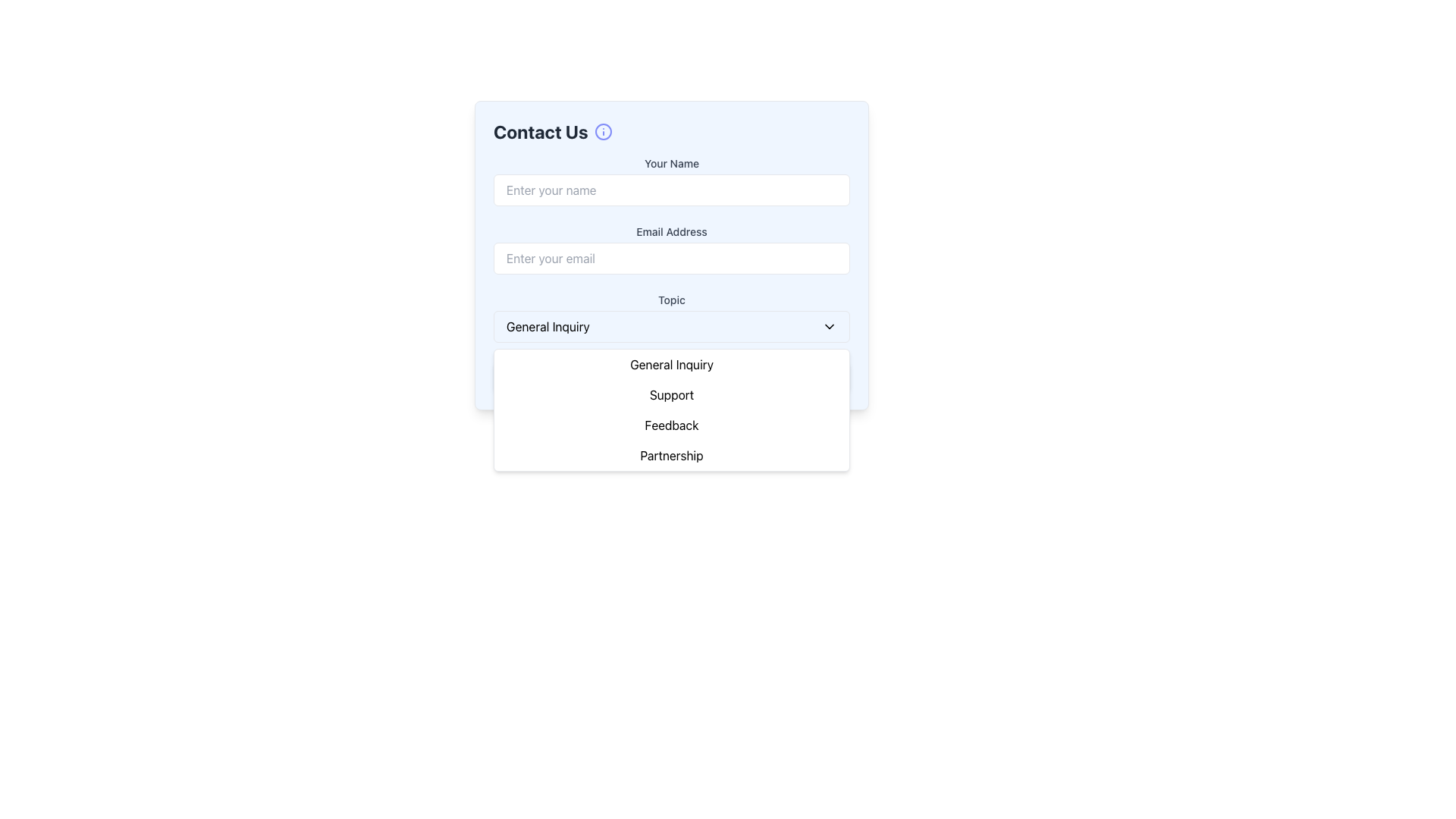 The image size is (1456, 819). What do you see at coordinates (671, 365) in the screenshot?
I see `the first option in the dropdown list labeled 'General Inquiry'` at bounding box center [671, 365].